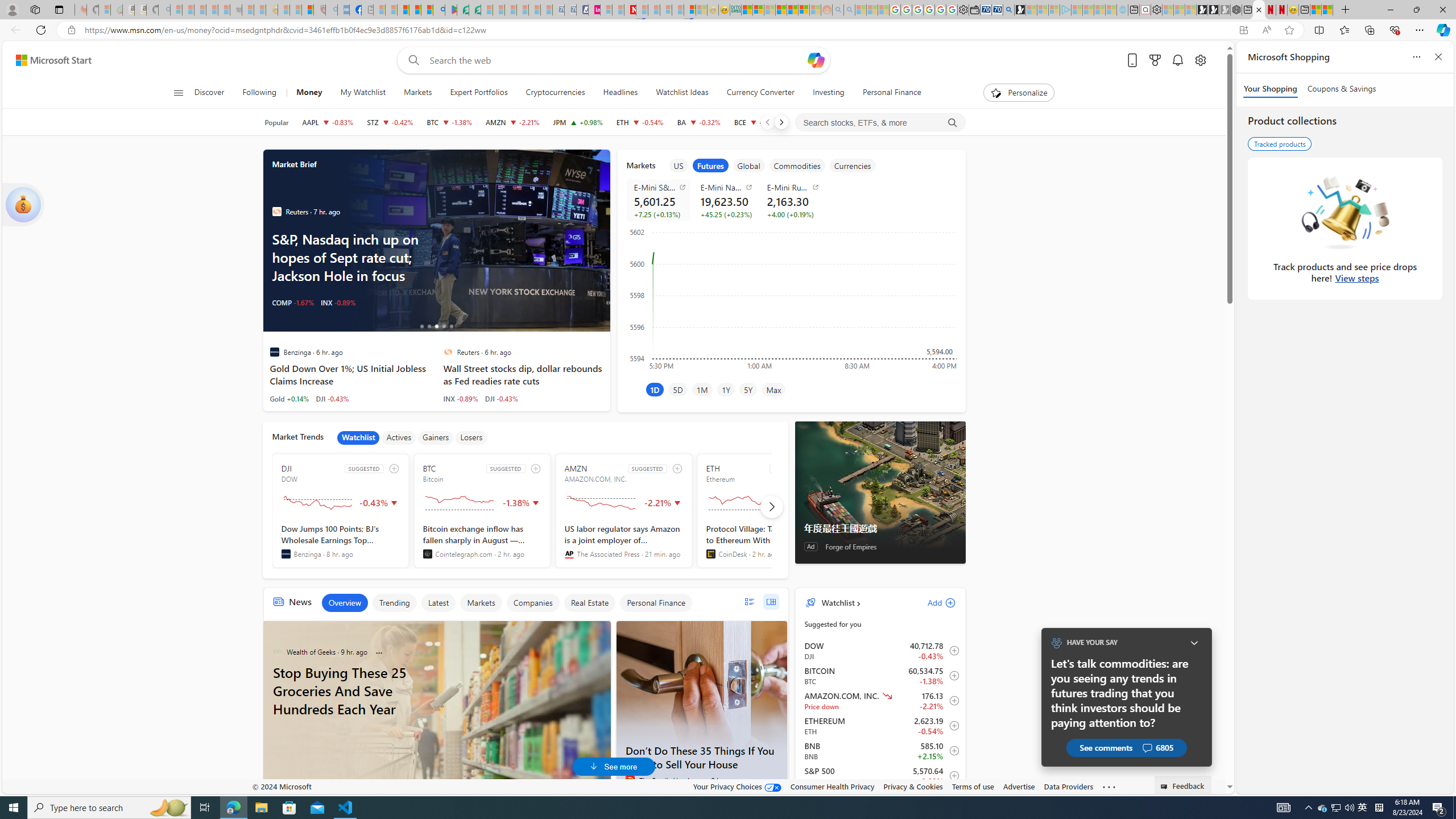  What do you see at coordinates (681, 92) in the screenshot?
I see `'Watchlist Ideas'` at bounding box center [681, 92].